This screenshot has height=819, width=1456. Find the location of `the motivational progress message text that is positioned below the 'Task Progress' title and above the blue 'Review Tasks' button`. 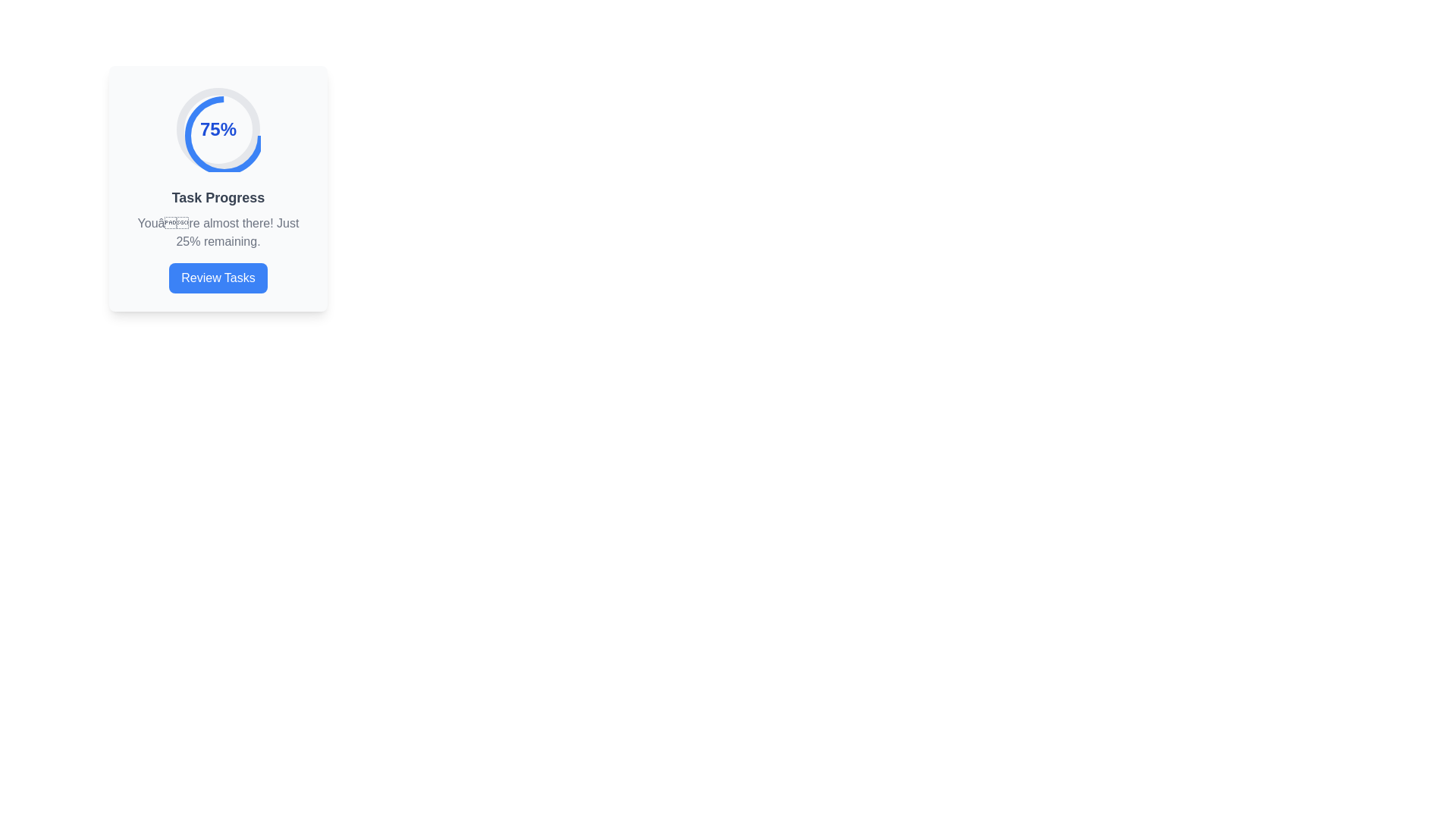

the motivational progress message text that is positioned below the 'Task Progress' title and above the blue 'Review Tasks' button is located at coordinates (218, 233).